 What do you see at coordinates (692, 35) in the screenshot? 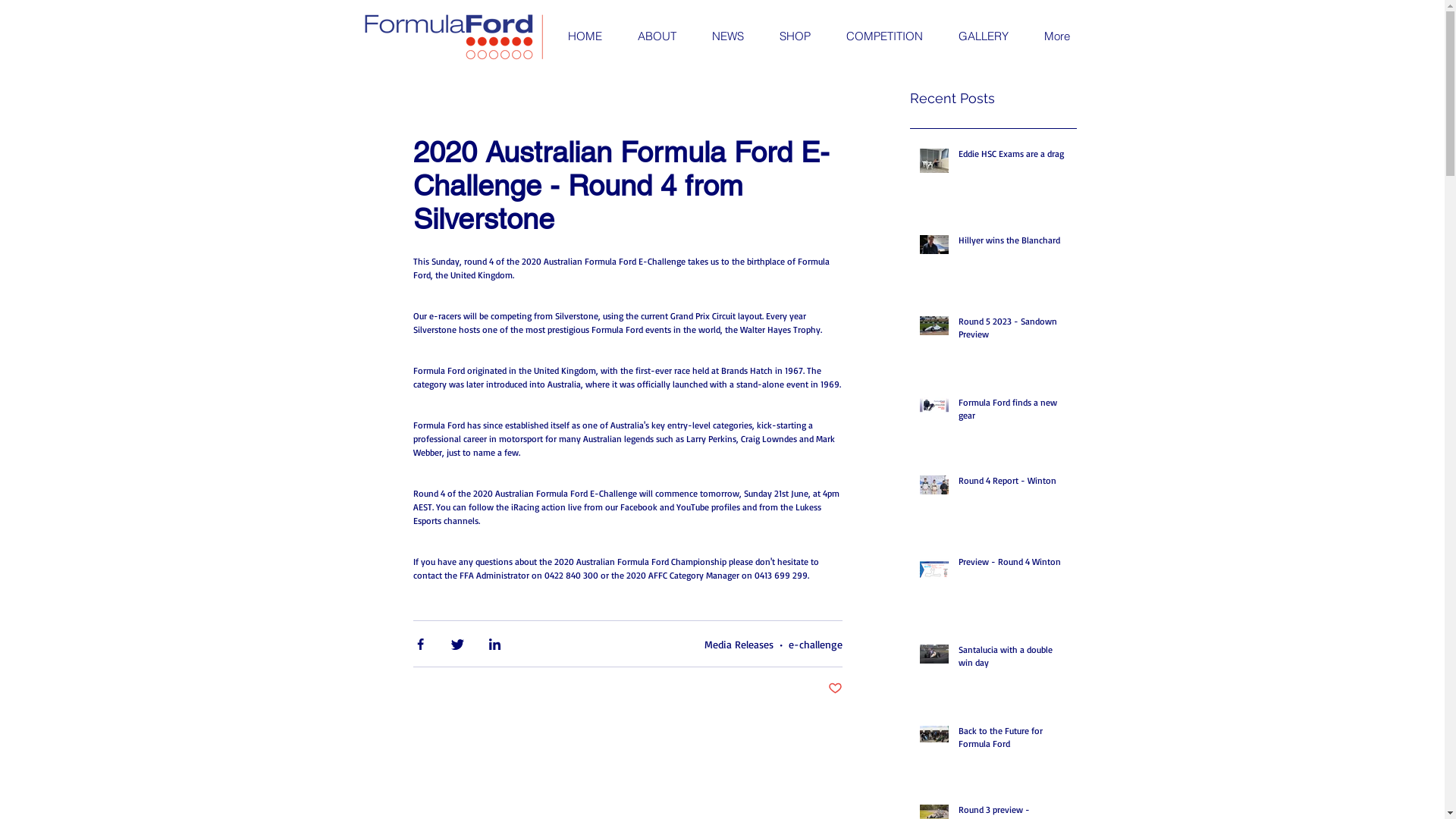
I see `'NEWS'` at bounding box center [692, 35].